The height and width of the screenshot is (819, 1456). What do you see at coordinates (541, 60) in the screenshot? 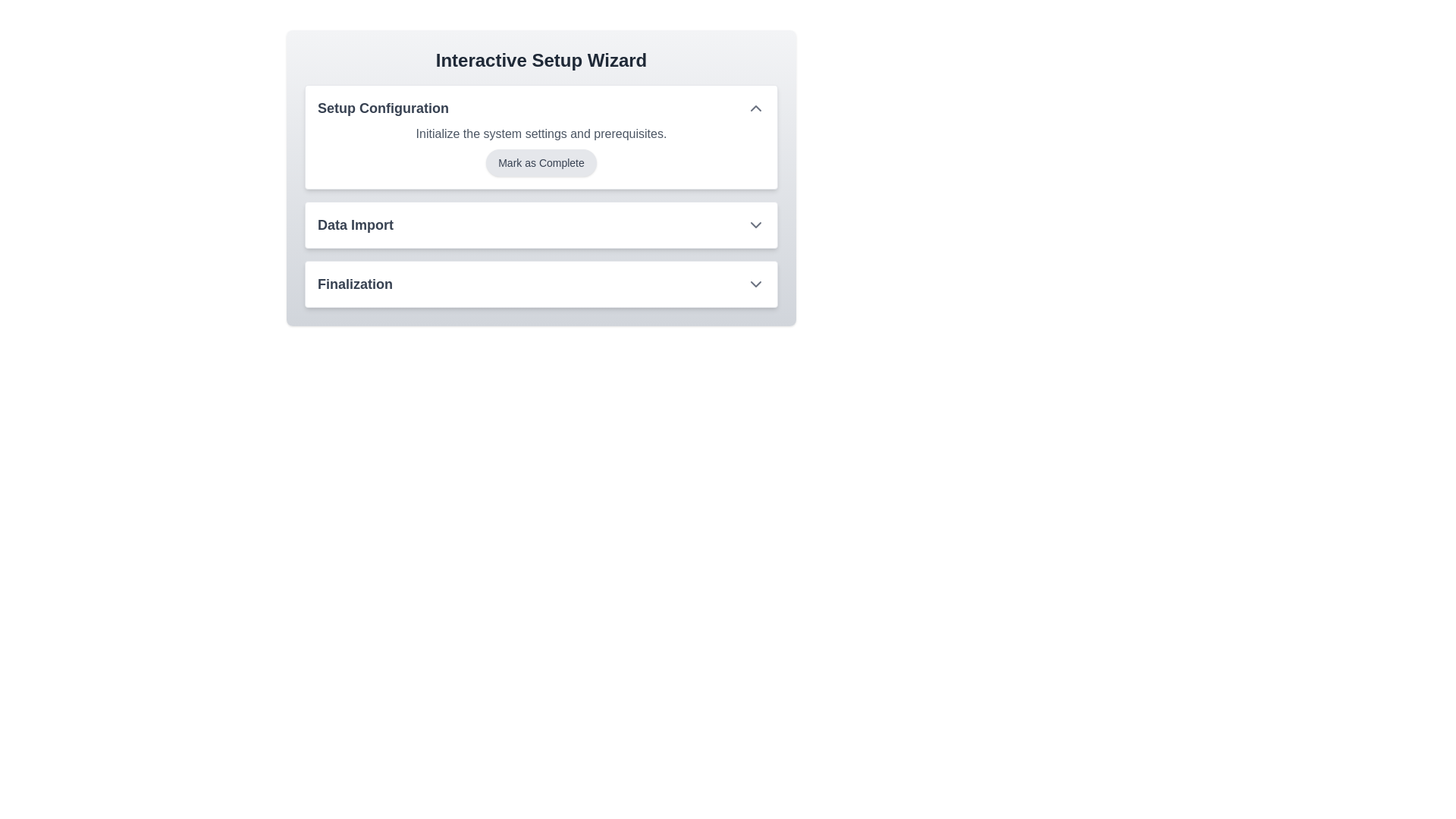
I see `the header text label indicating 'Interactive Setup Wizard', which is located at the top of the interface` at bounding box center [541, 60].